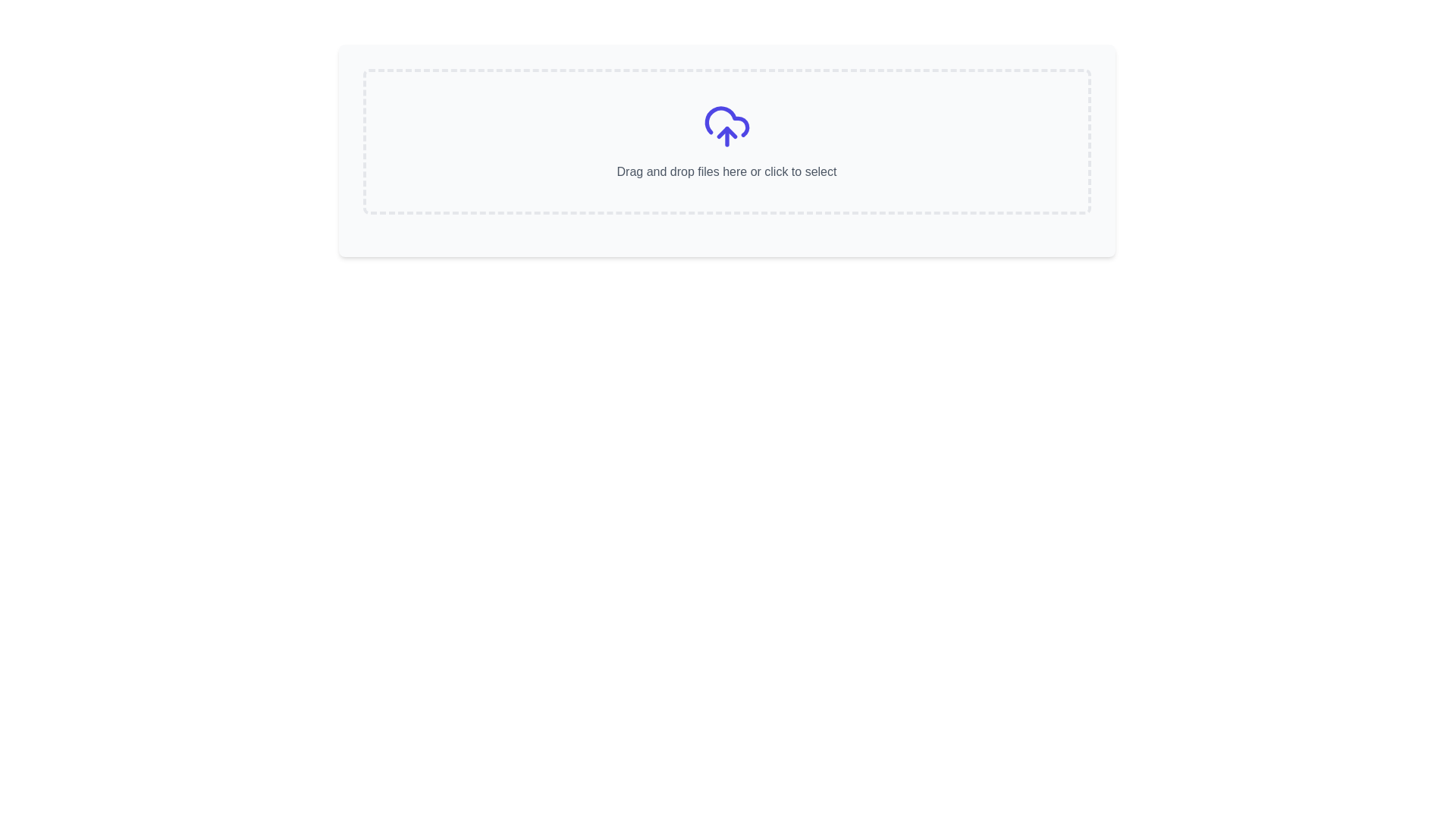 This screenshot has width=1456, height=819. What do you see at coordinates (726, 141) in the screenshot?
I see `the file upload area by clicking on the central text or icon to receive feedback about the upload process` at bounding box center [726, 141].